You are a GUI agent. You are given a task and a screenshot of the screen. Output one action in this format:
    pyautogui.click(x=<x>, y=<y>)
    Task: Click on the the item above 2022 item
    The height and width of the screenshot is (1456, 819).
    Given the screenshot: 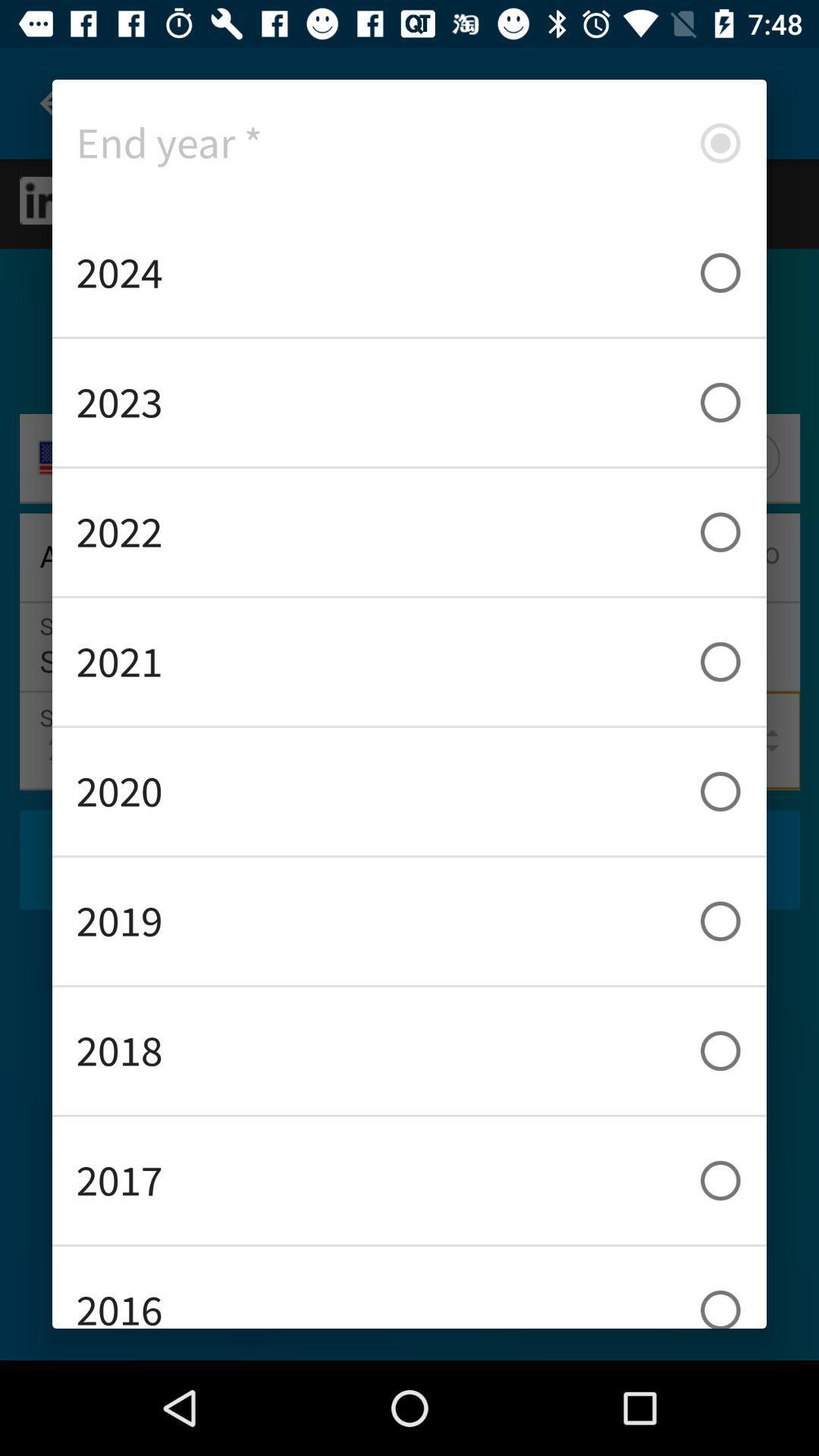 What is the action you would take?
    pyautogui.click(x=409, y=403)
    